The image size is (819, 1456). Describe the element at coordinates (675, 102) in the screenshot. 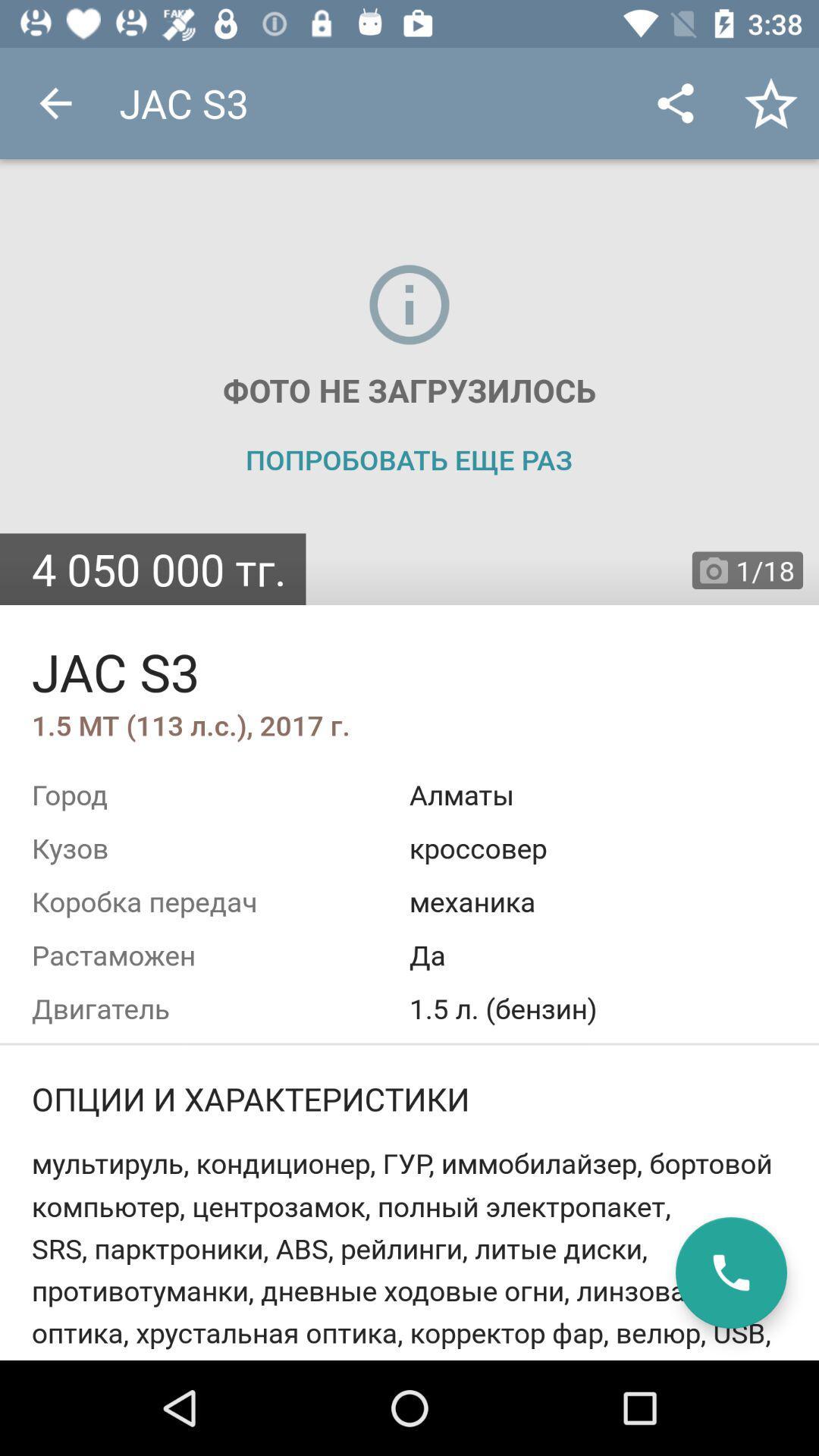

I see `the app to the right of jac s3 icon` at that location.